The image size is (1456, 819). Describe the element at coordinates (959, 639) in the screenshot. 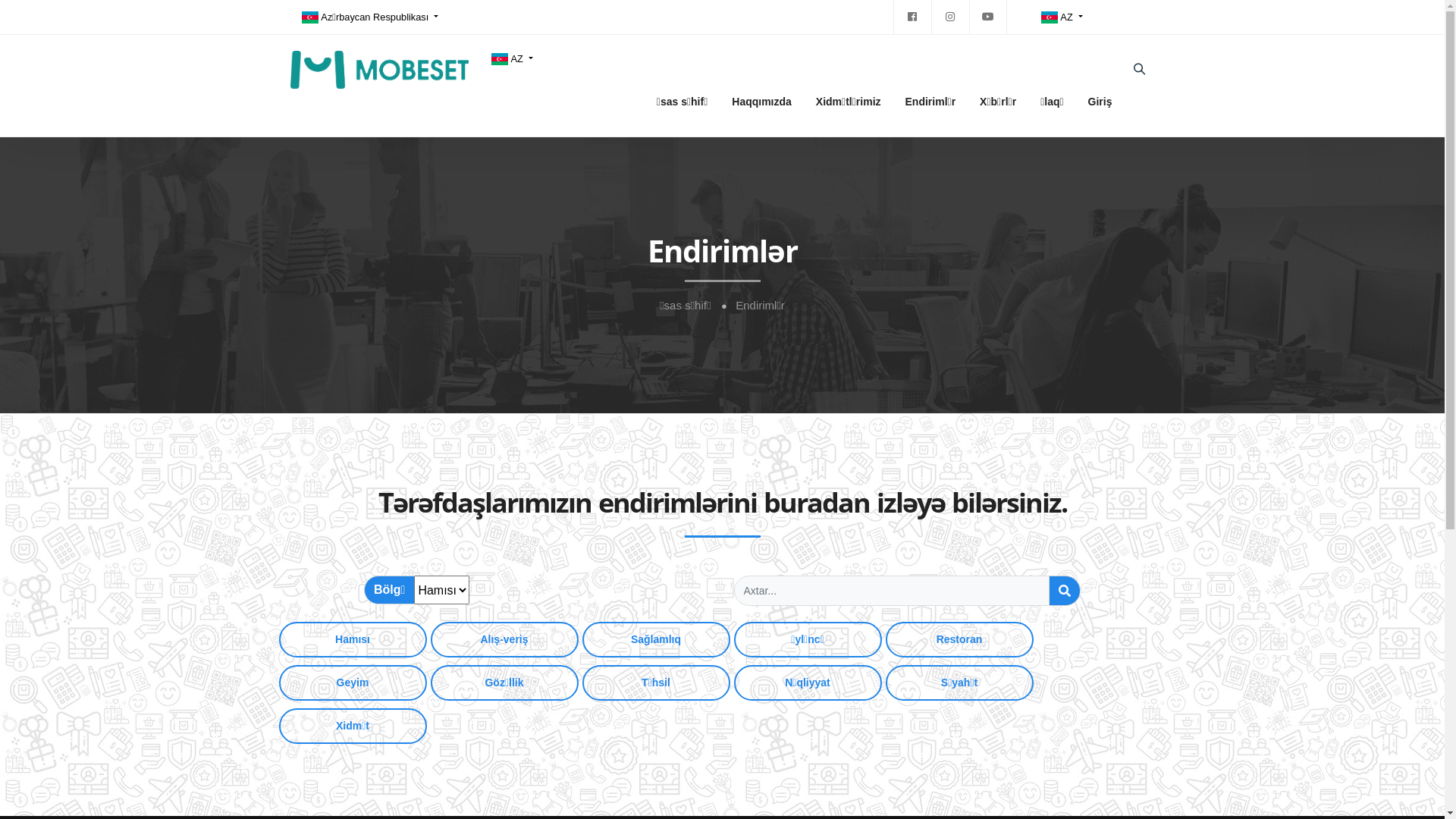

I see `'Restoran'` at that location.